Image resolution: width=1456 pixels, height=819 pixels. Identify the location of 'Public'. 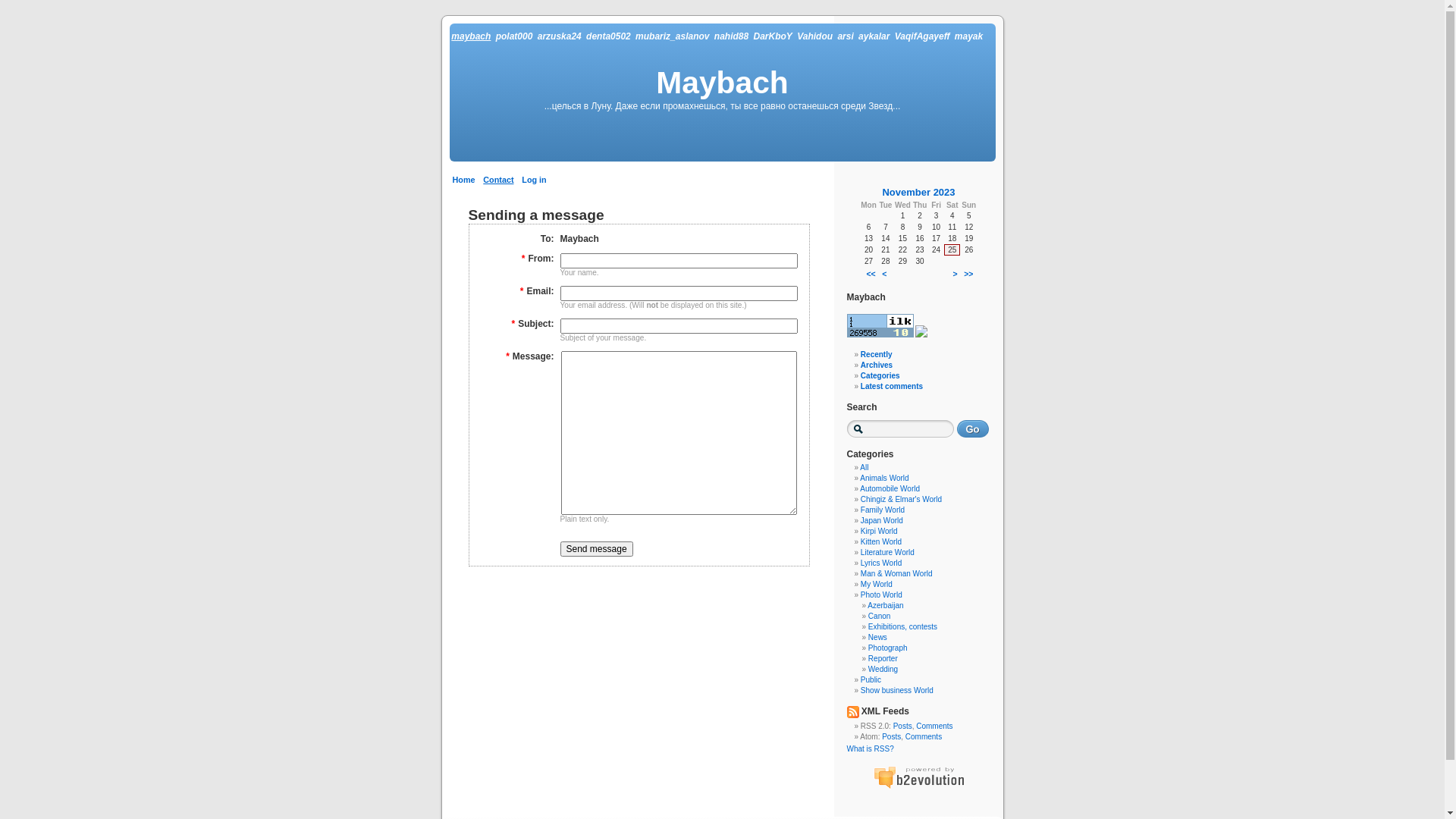
(871, 679).